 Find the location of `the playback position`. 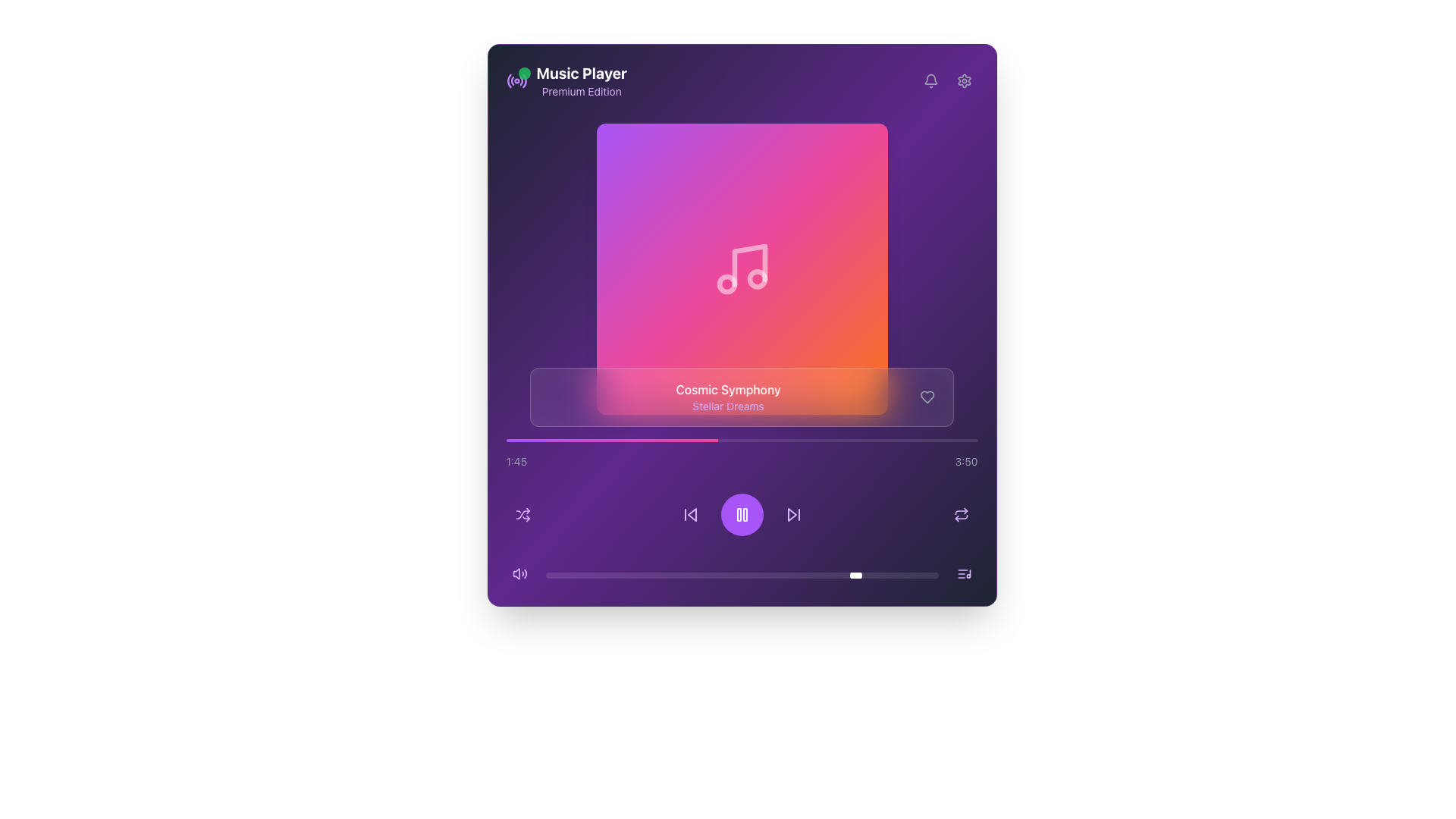

the playback position is located at coordinates (666, 441).